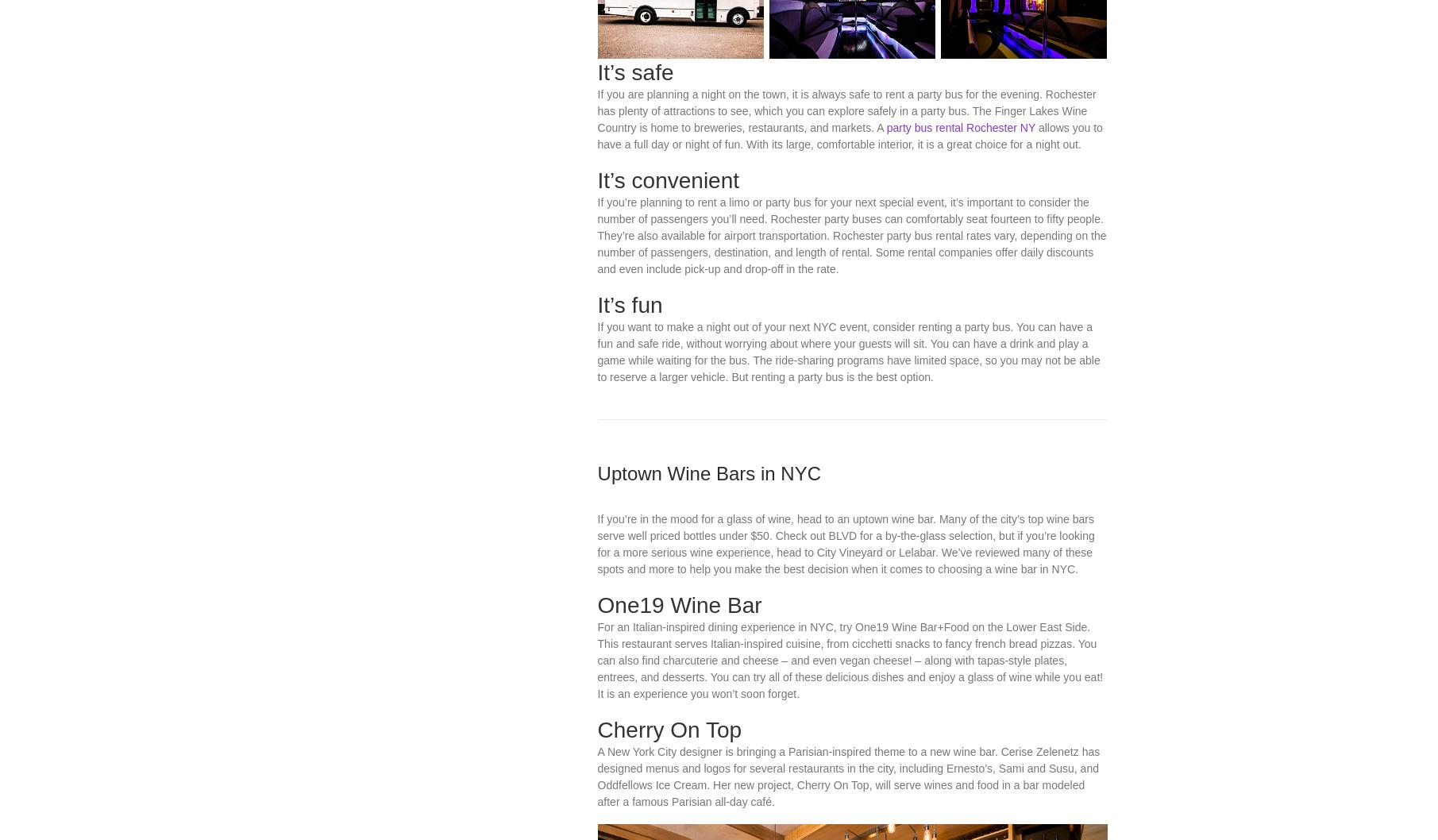 This screenshot has width=1438, height=840. Describe the element at coordinates (885, 278) in the screenshot. I see `'party bus rental Rochester NY'` at that location.